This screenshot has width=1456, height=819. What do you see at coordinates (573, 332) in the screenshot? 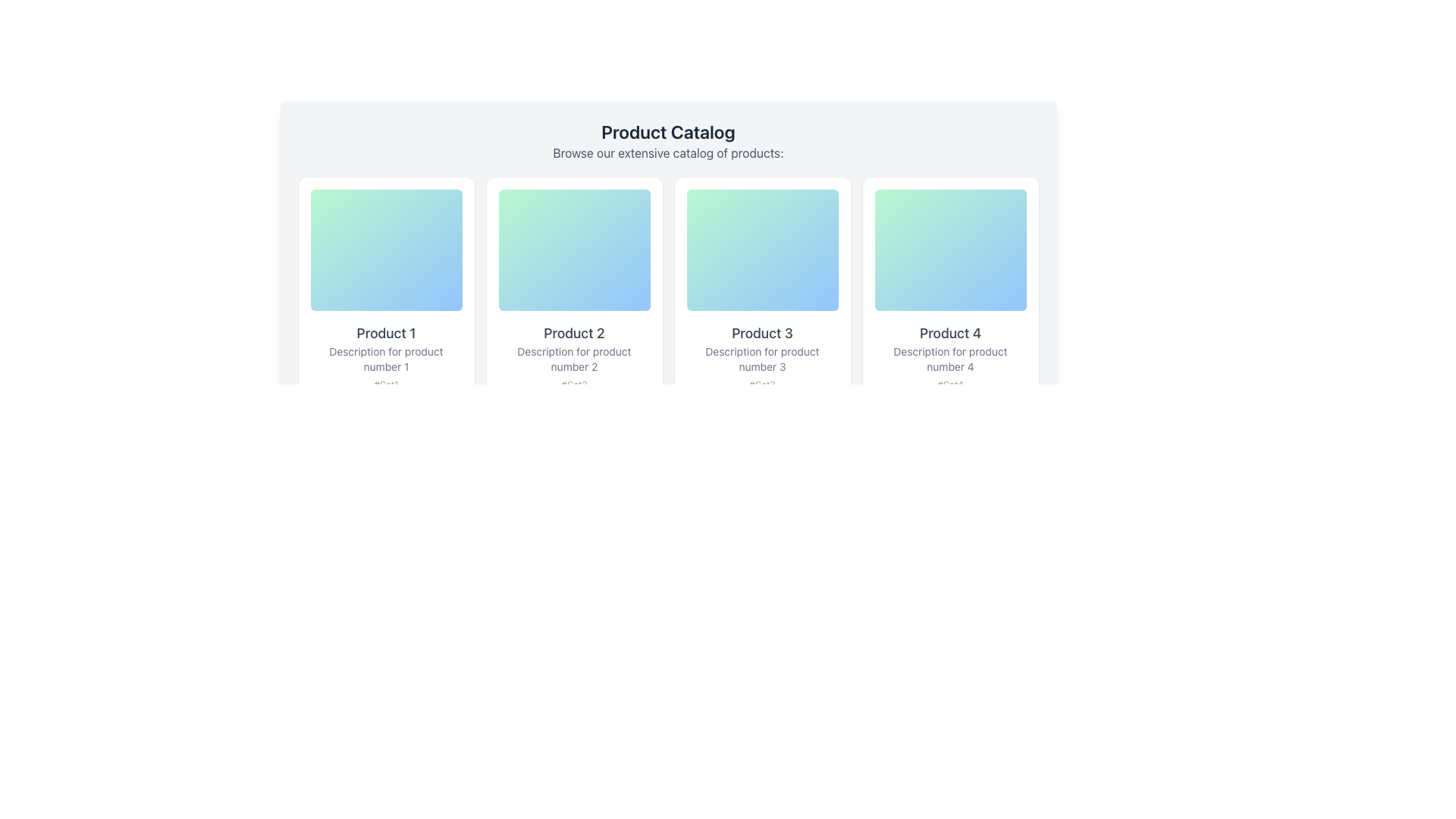
I see `the text label reading 'Product 2', which is styled in a medium gray font and positioned beneath a colorful gradient image` at bounding box center [573, 332].